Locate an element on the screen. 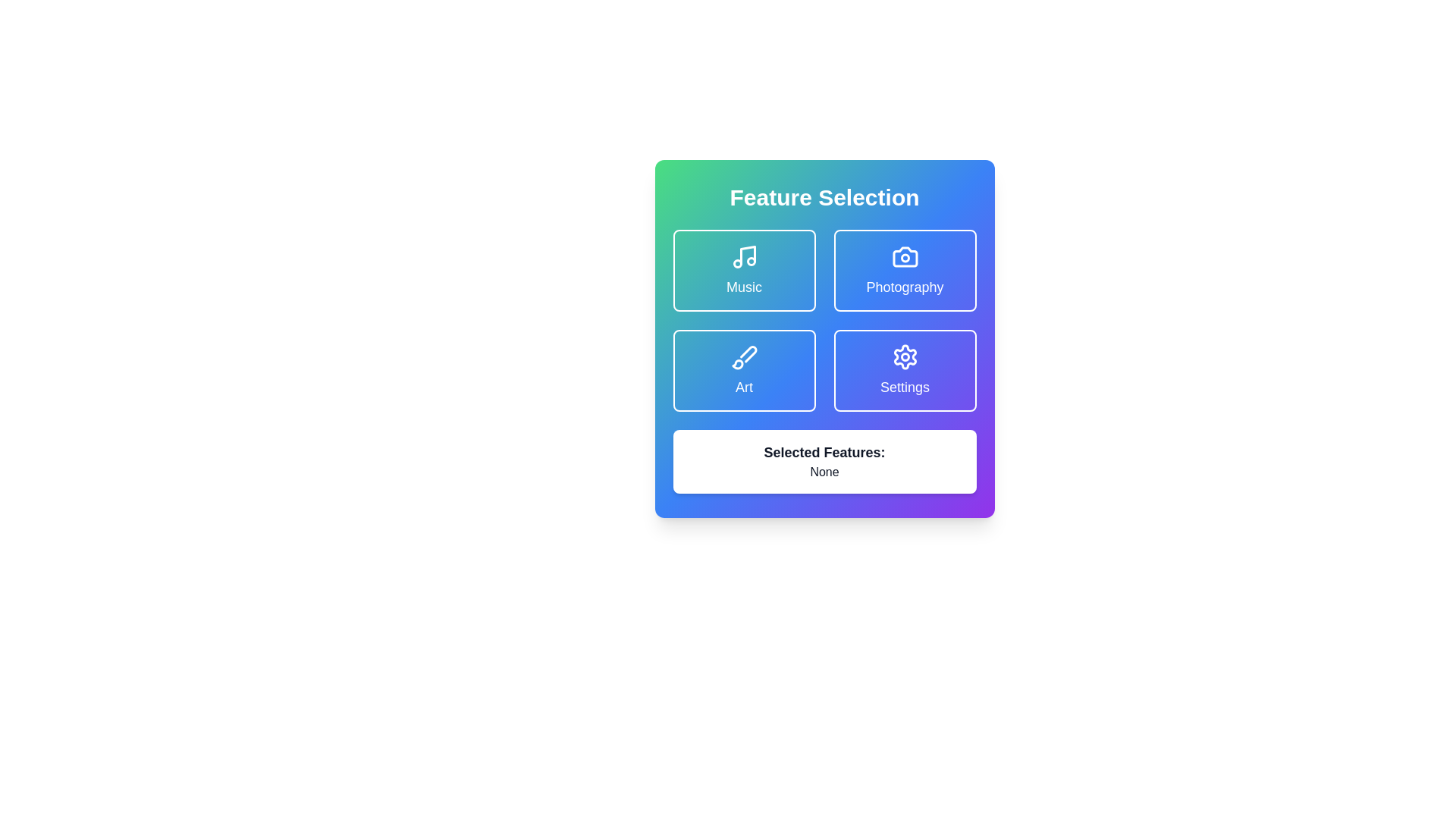 This screenshot has width=1456, height=819. the Text Label that identifies the 'Photography' selection card, which is located beneath the camera icon within the card is located at coordinates (905, 287).